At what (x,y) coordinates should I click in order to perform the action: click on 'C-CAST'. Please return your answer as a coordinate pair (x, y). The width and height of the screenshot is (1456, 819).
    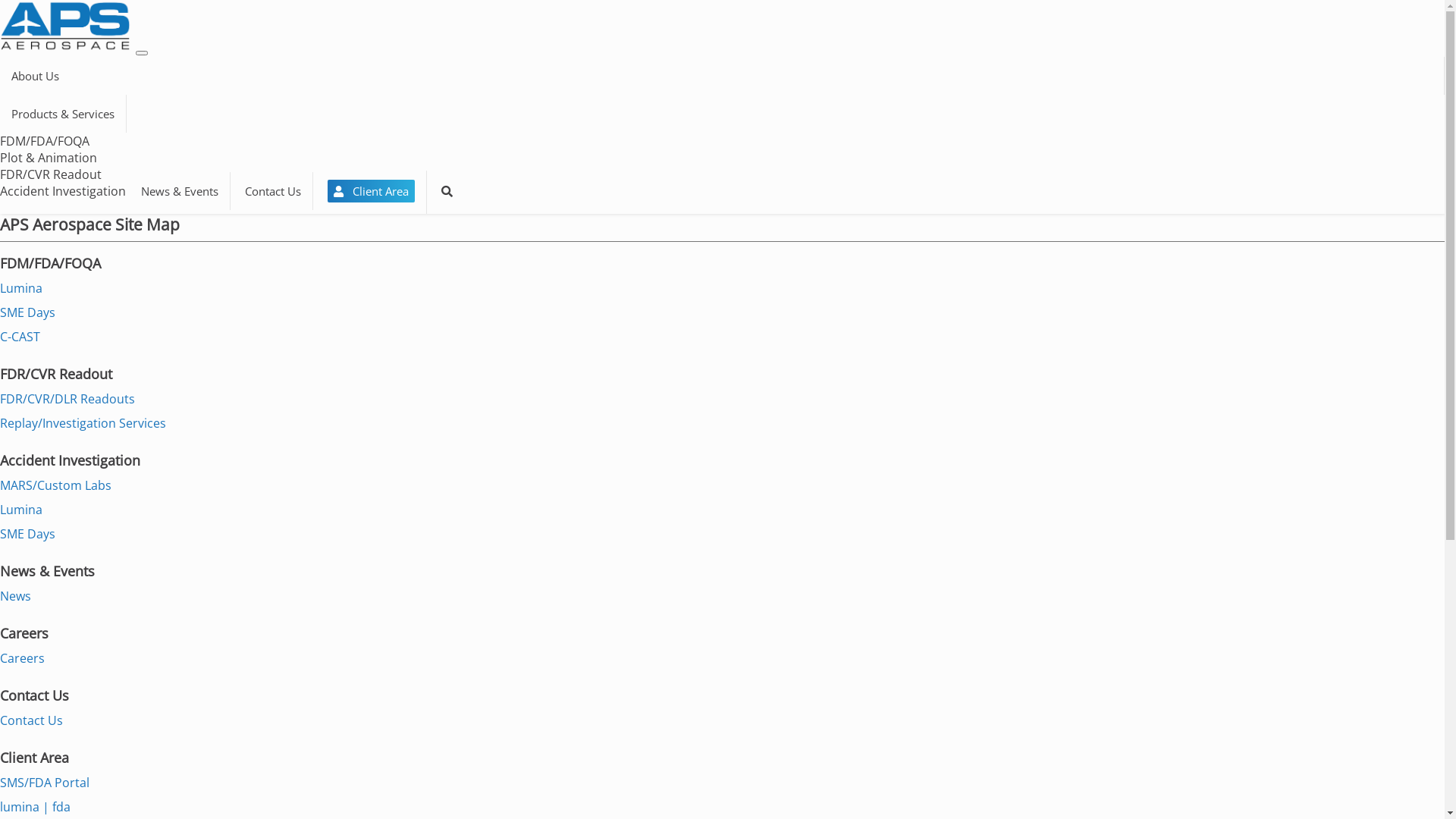
    Looking at the image, I should click on (20, 335).